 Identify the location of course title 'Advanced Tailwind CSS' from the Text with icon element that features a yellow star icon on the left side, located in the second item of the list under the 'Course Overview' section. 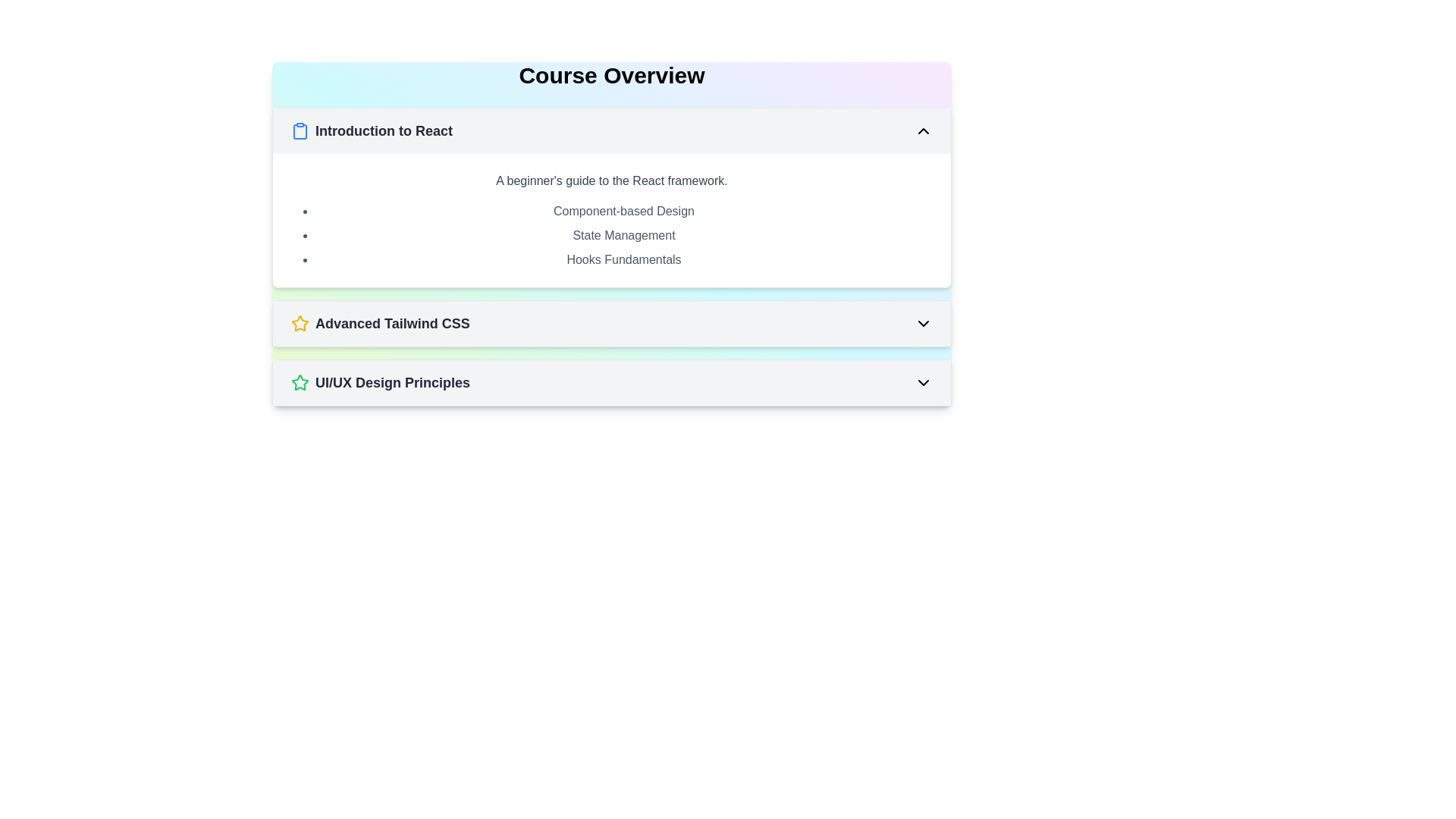
(380, 323).